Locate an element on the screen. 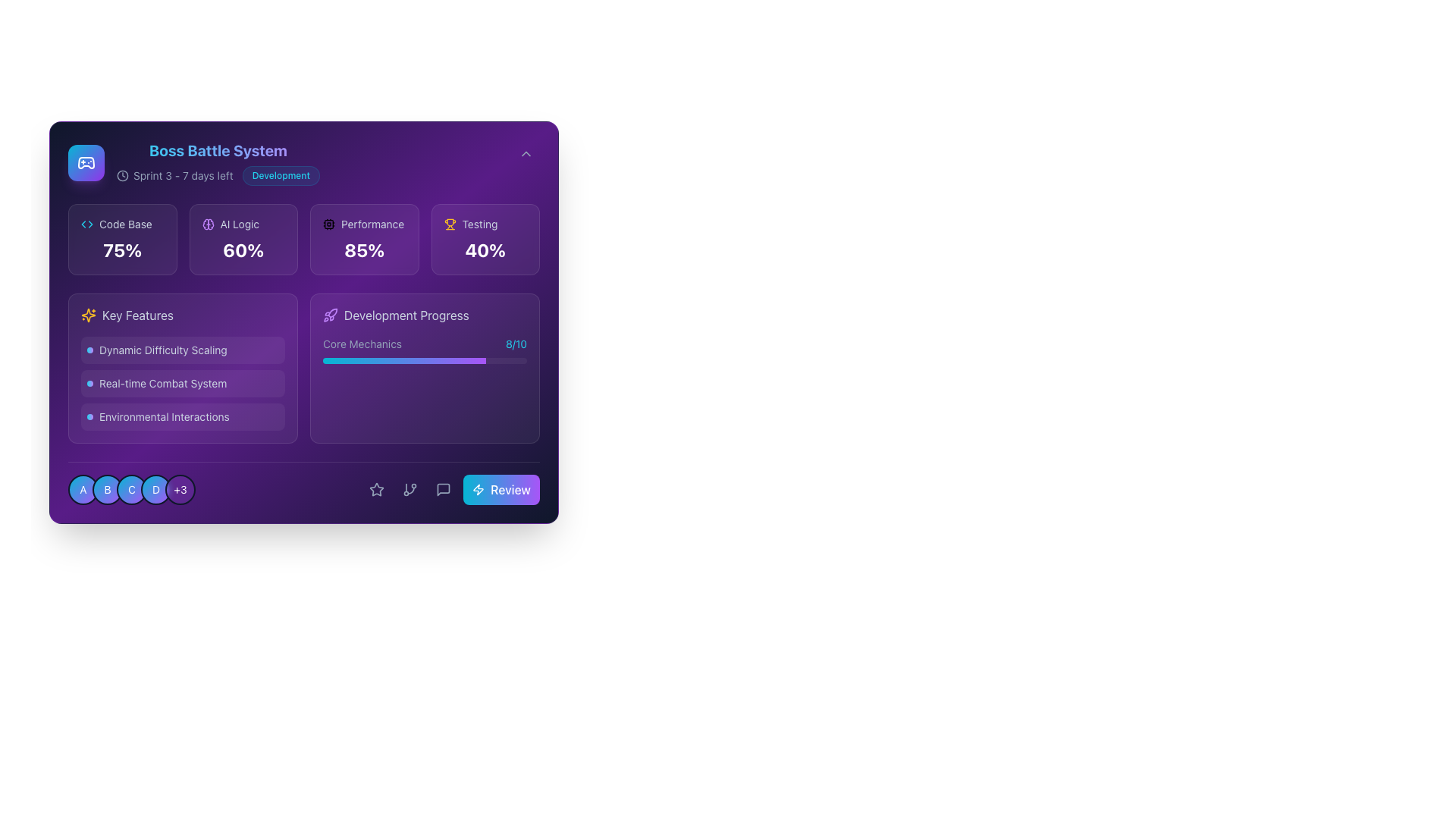 The width and height of the screenshot is (1456, 819). the displayed value of the progress percentage for the 'AI Logic' category, located within the card structure beneath its title is located at coordinates (243, 249).